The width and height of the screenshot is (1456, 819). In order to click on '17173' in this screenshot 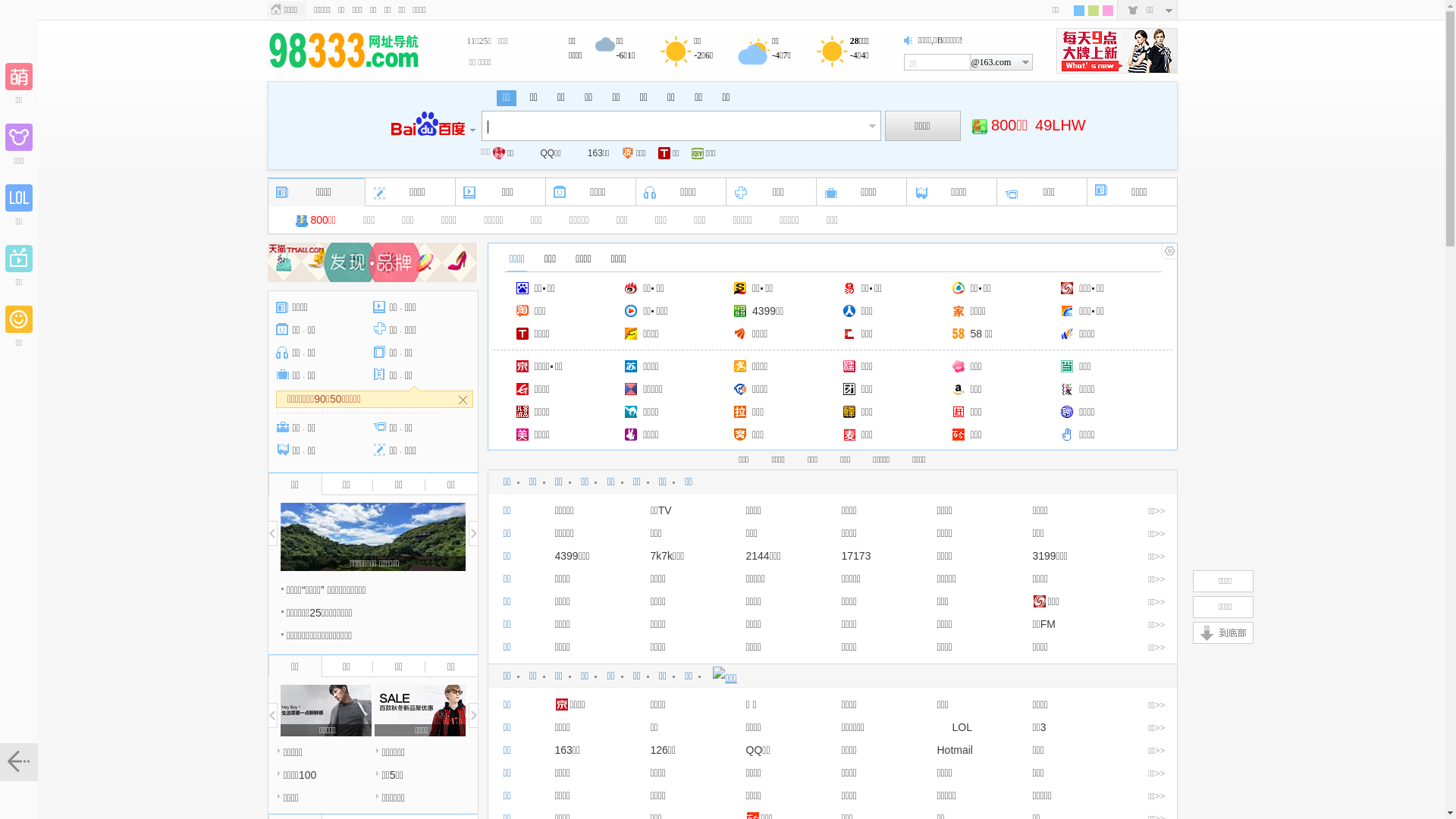, I will do `click(840, 555)`.